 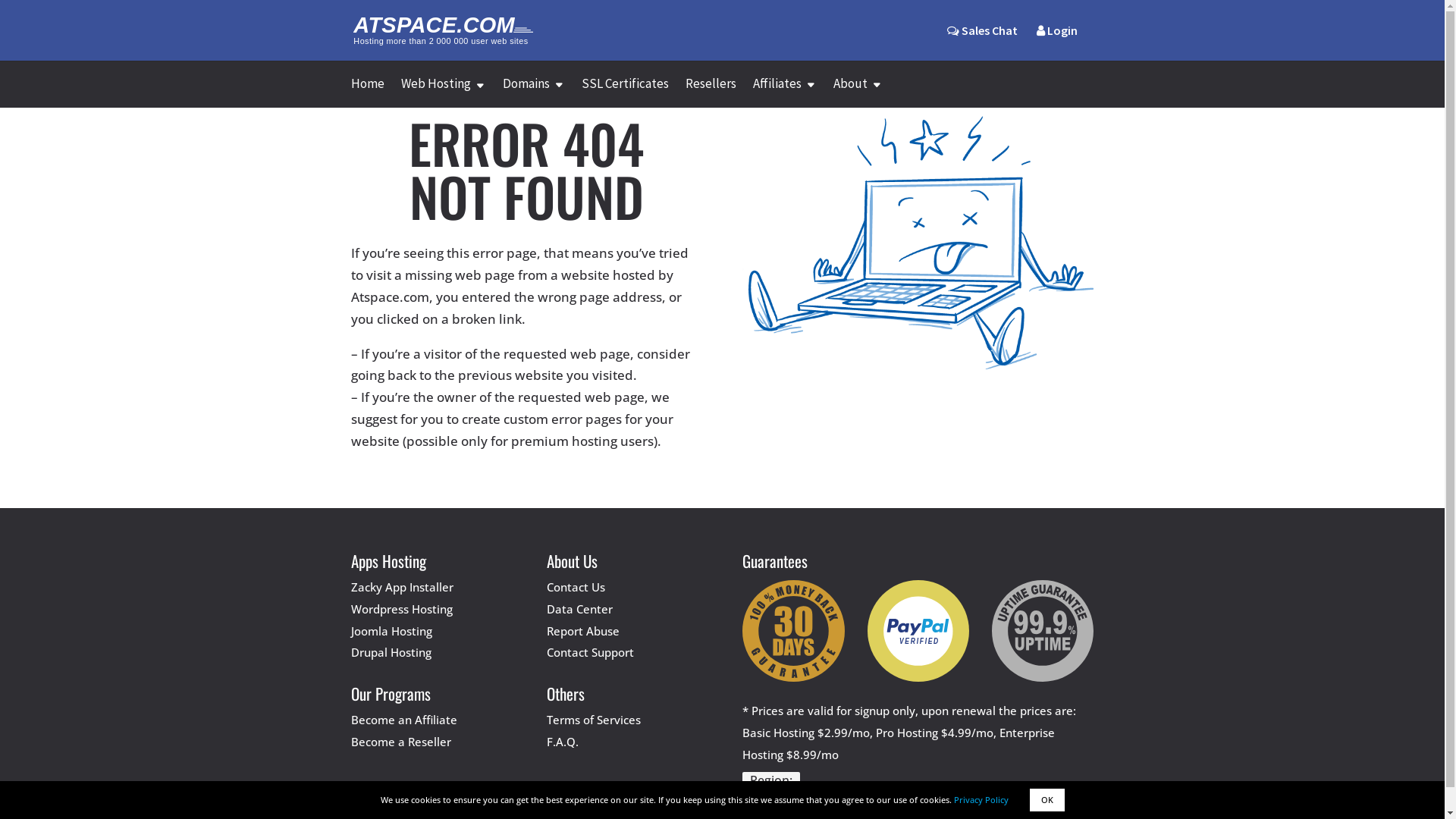 What do you see at coordinates (391, 631) in the screenshot?
I see `'Joomla Hosting'` at bounding box center [391, 631].